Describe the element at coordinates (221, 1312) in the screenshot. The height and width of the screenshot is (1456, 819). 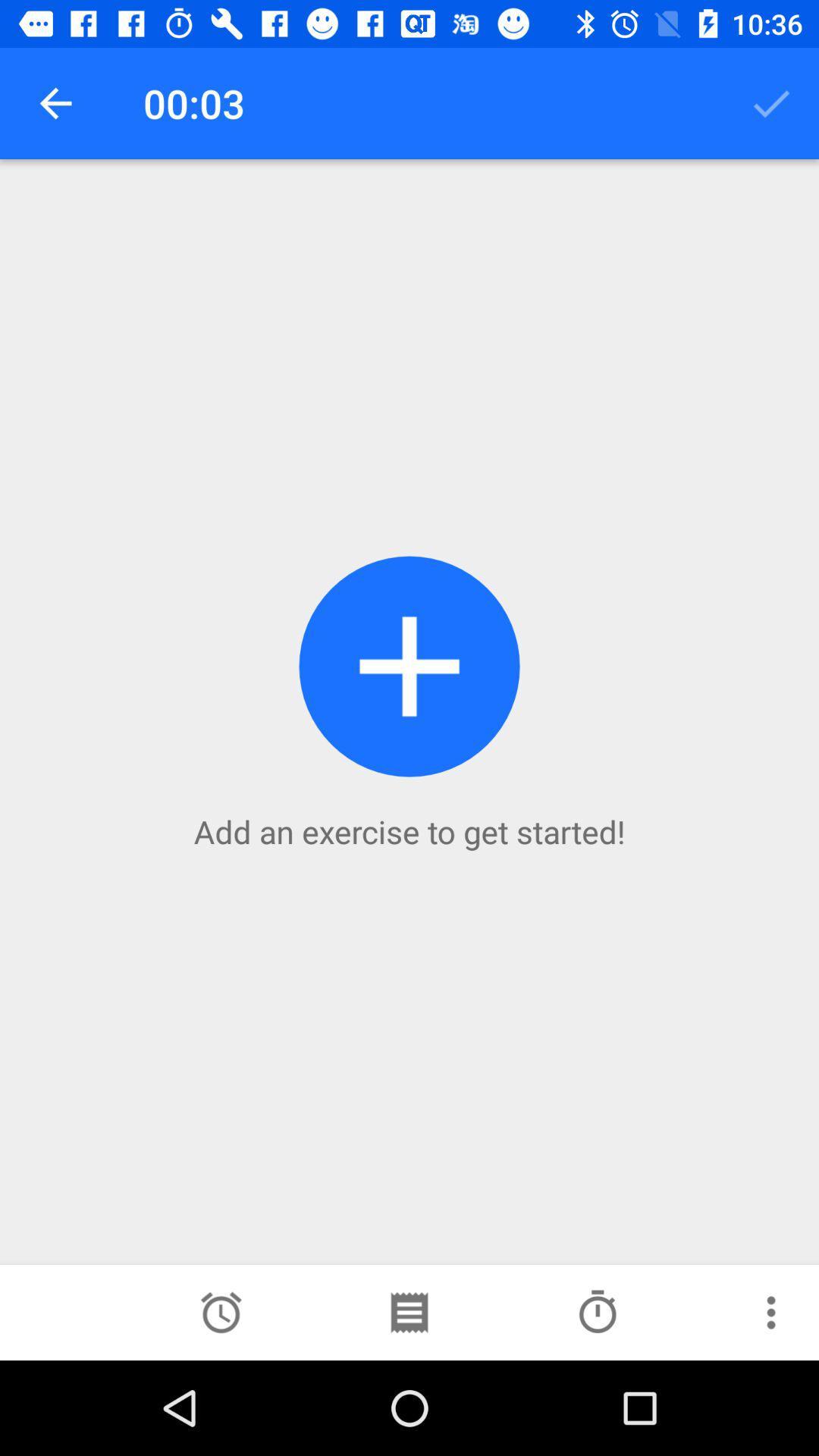
I see `icon at the bottom left corner` at that location.